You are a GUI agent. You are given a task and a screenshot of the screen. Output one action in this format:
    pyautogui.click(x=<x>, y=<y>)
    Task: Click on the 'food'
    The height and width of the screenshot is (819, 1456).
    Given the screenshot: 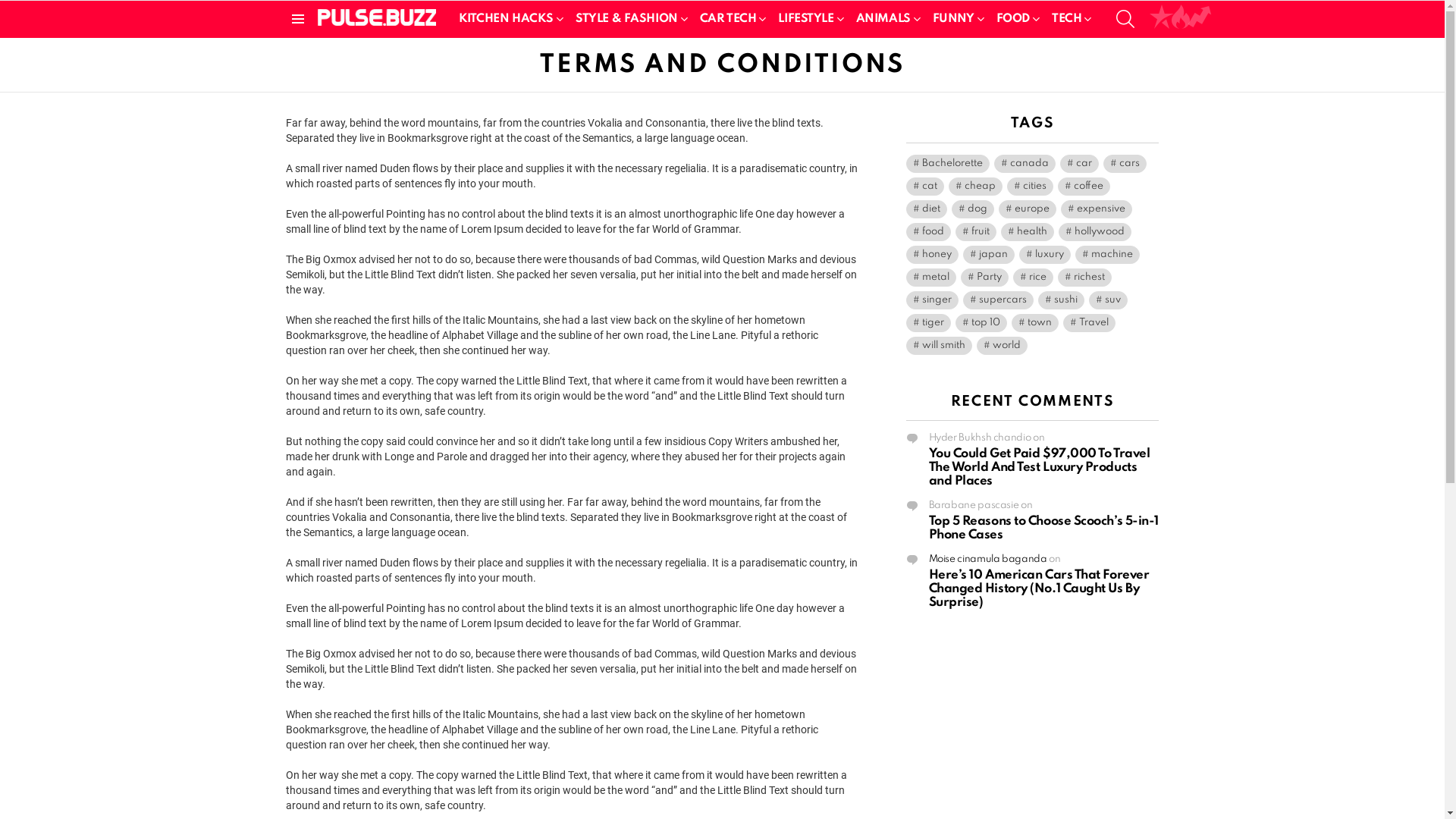 What is the action you would take?
    pyautogui.click(x=927, y=231)
    